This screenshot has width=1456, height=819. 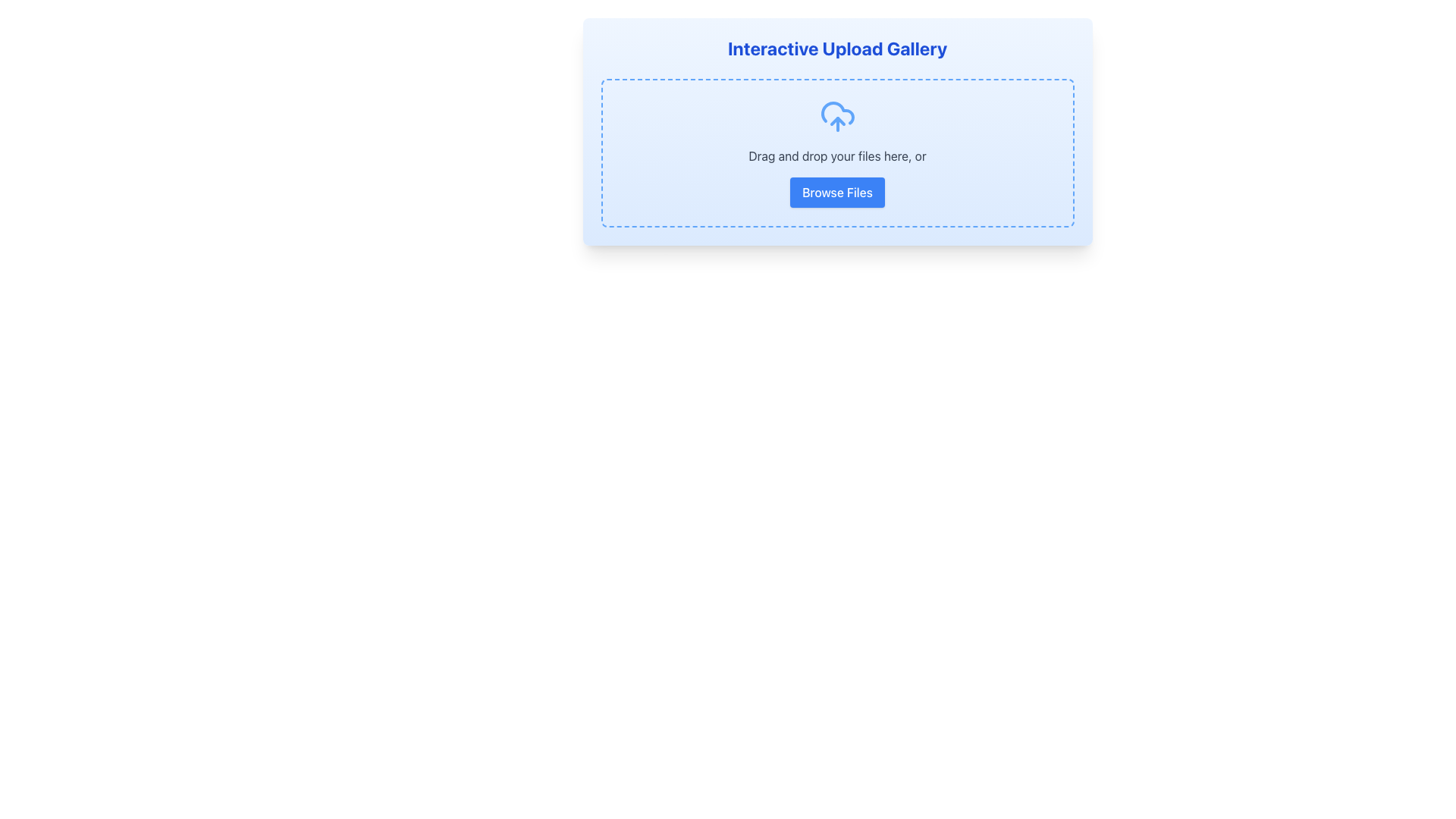 I want to click on the upload icon, which is represented by a triangular arrow within a cloud shape, located in the upper central portion of the interface, so click(x=836, y=120).